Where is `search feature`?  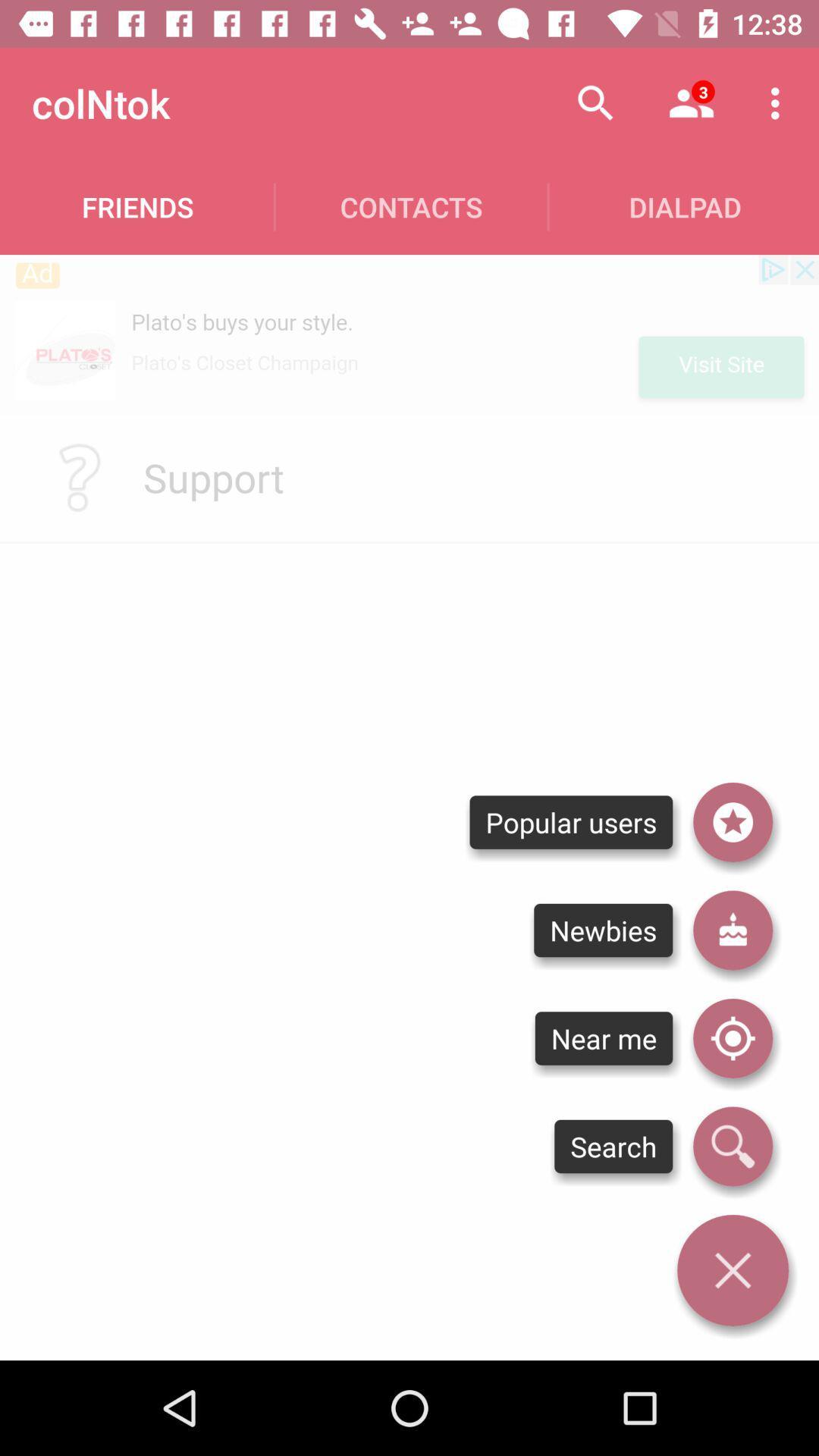
search feature is located at coordinates (732, 1147).